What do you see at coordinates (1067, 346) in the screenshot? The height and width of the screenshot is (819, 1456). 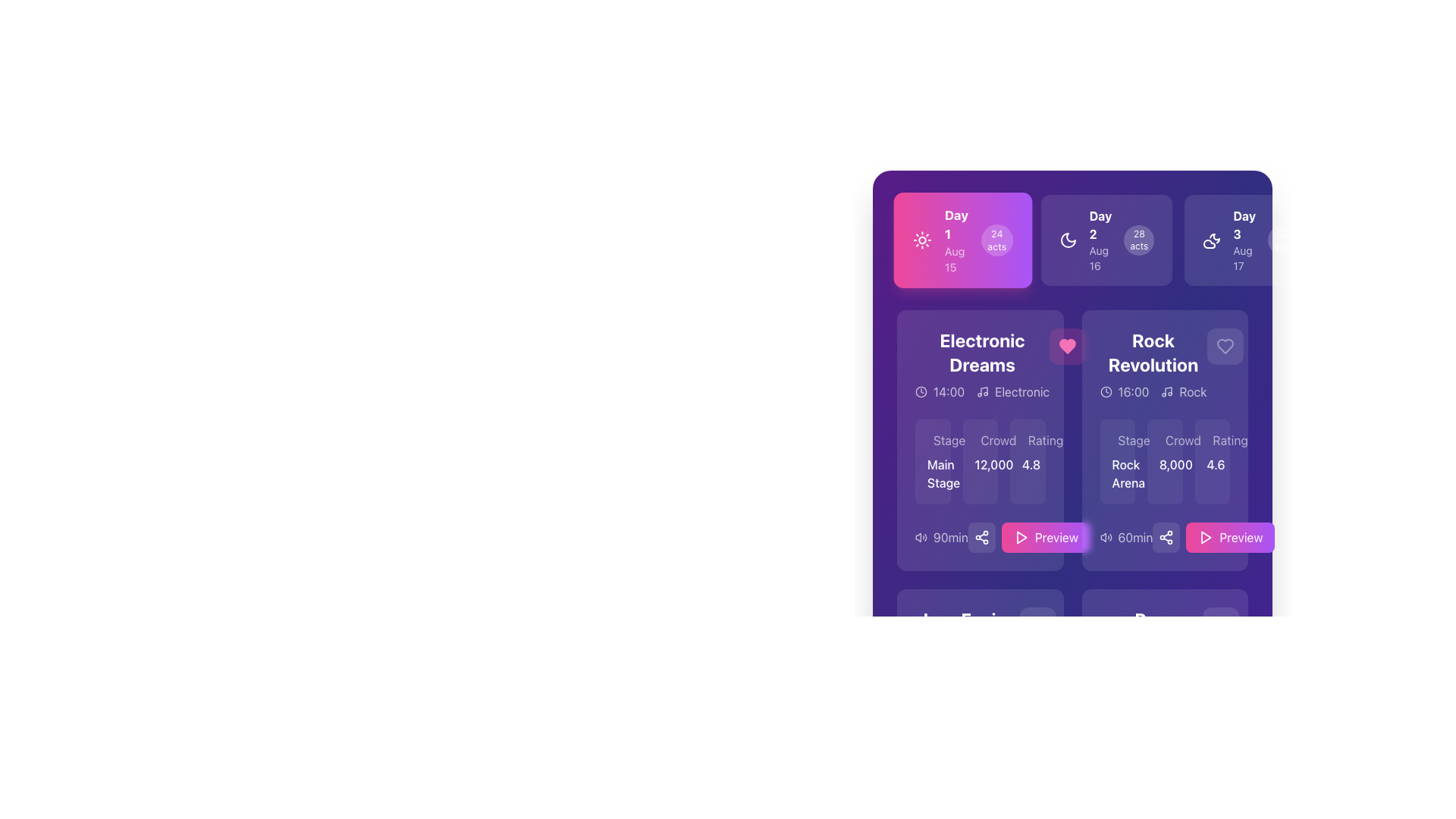 I see `the favorite button located to the right of the 'Electronic Dreams' title to mark the event as liked` at bounding box center [1067, 346].